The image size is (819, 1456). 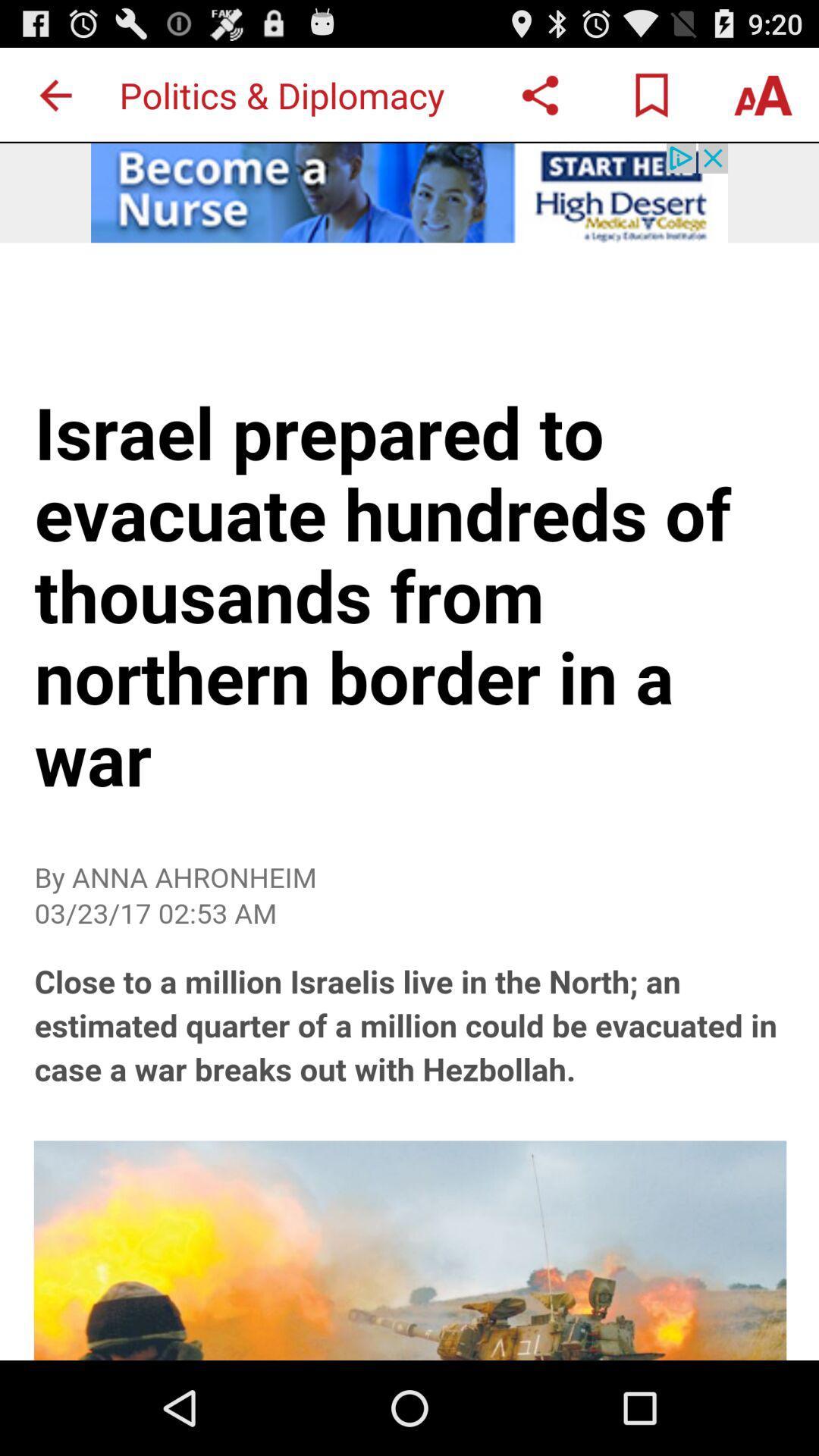 I want to click on advertisement, so click(x=409, y=849).